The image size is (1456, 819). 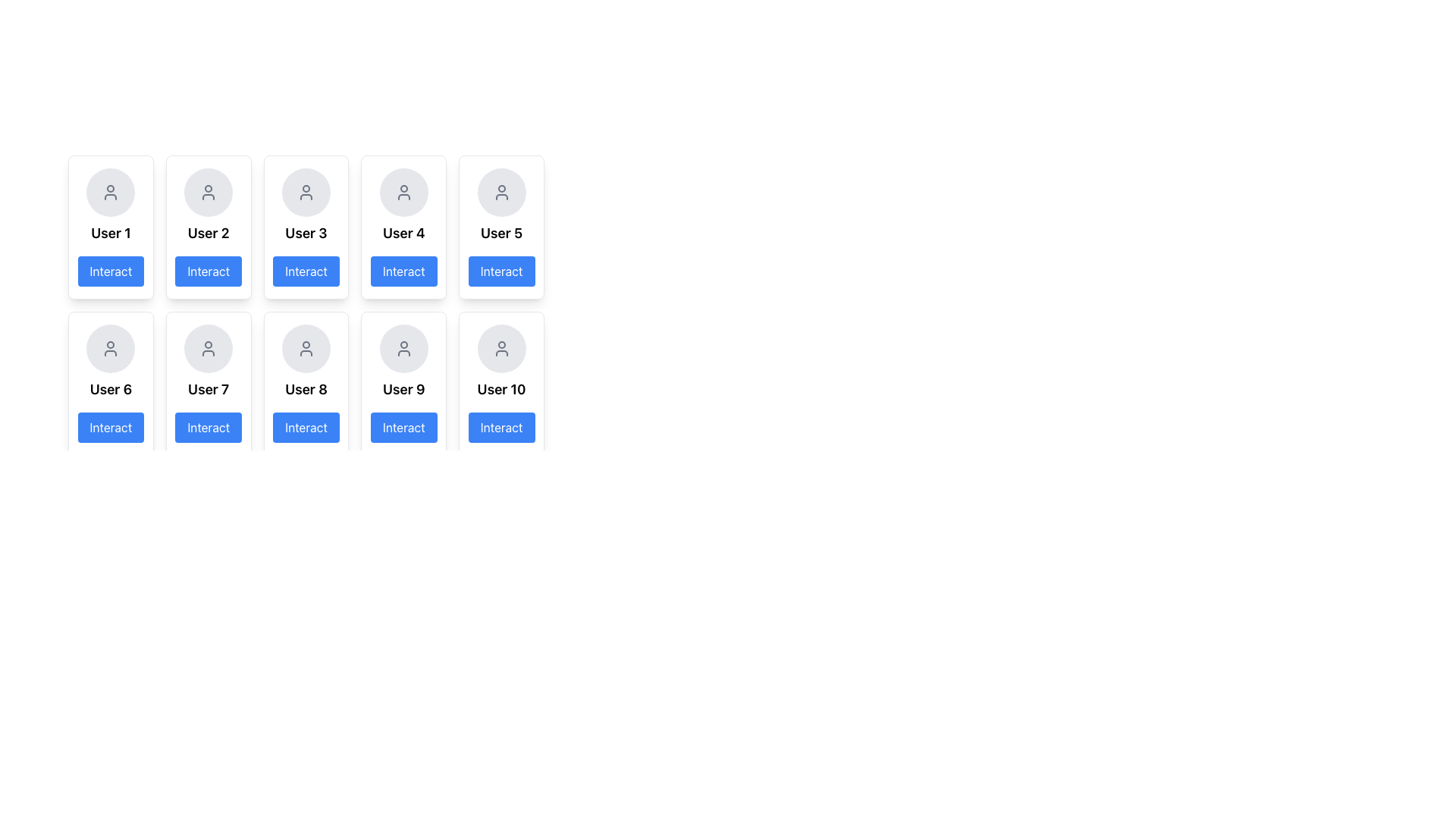 I want to click on the Text Label that identifies the user in the third card of the top row, positioned below the avatar icon and above the 'Interact' button, so click(x=305, y=234).